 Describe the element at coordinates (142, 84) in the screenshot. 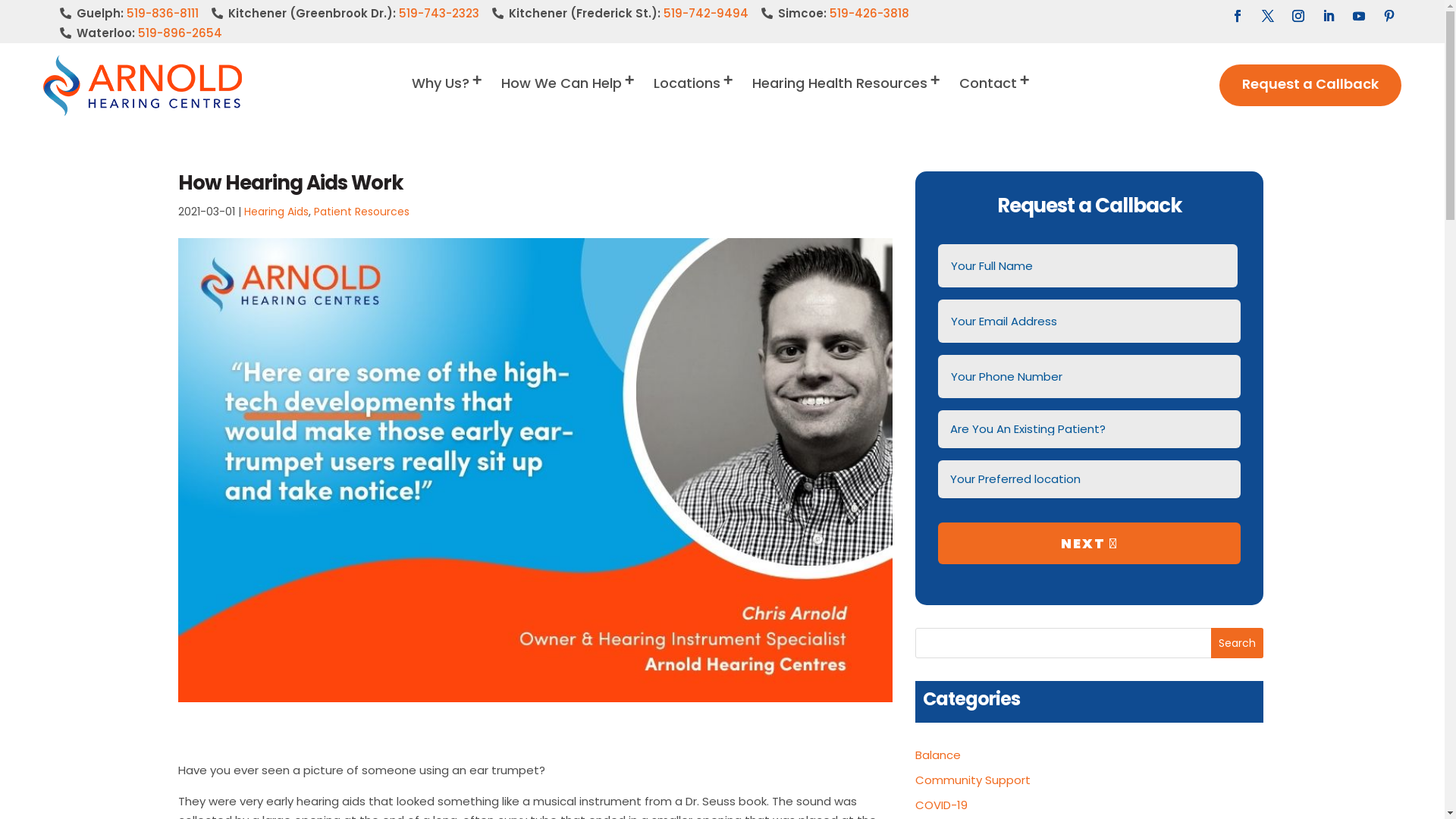

I see `'arnold-hearing-logo-update'` at that location.